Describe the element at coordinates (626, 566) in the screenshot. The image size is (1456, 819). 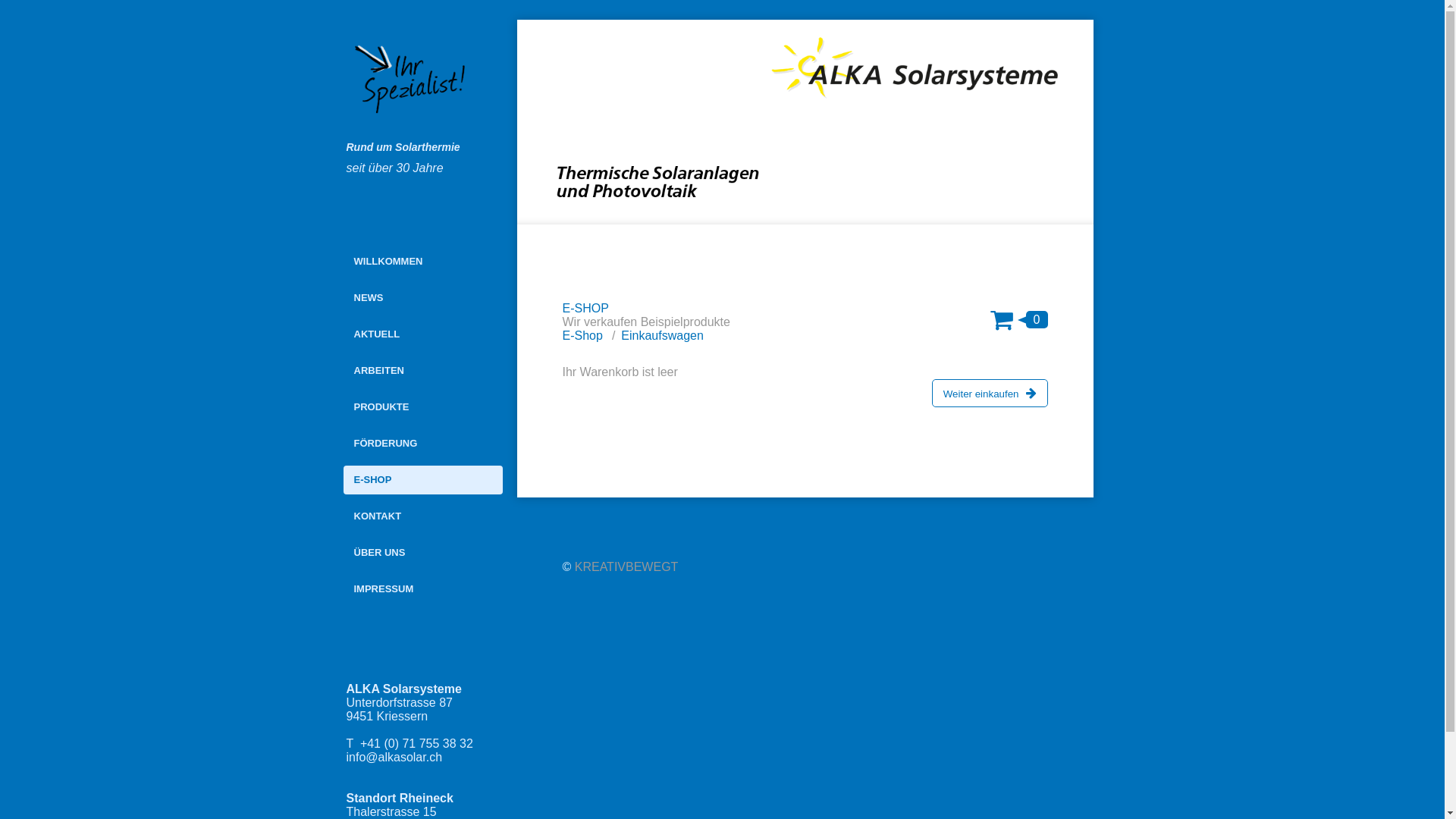
I see `'KREATIVBEWEGT'` at that location.